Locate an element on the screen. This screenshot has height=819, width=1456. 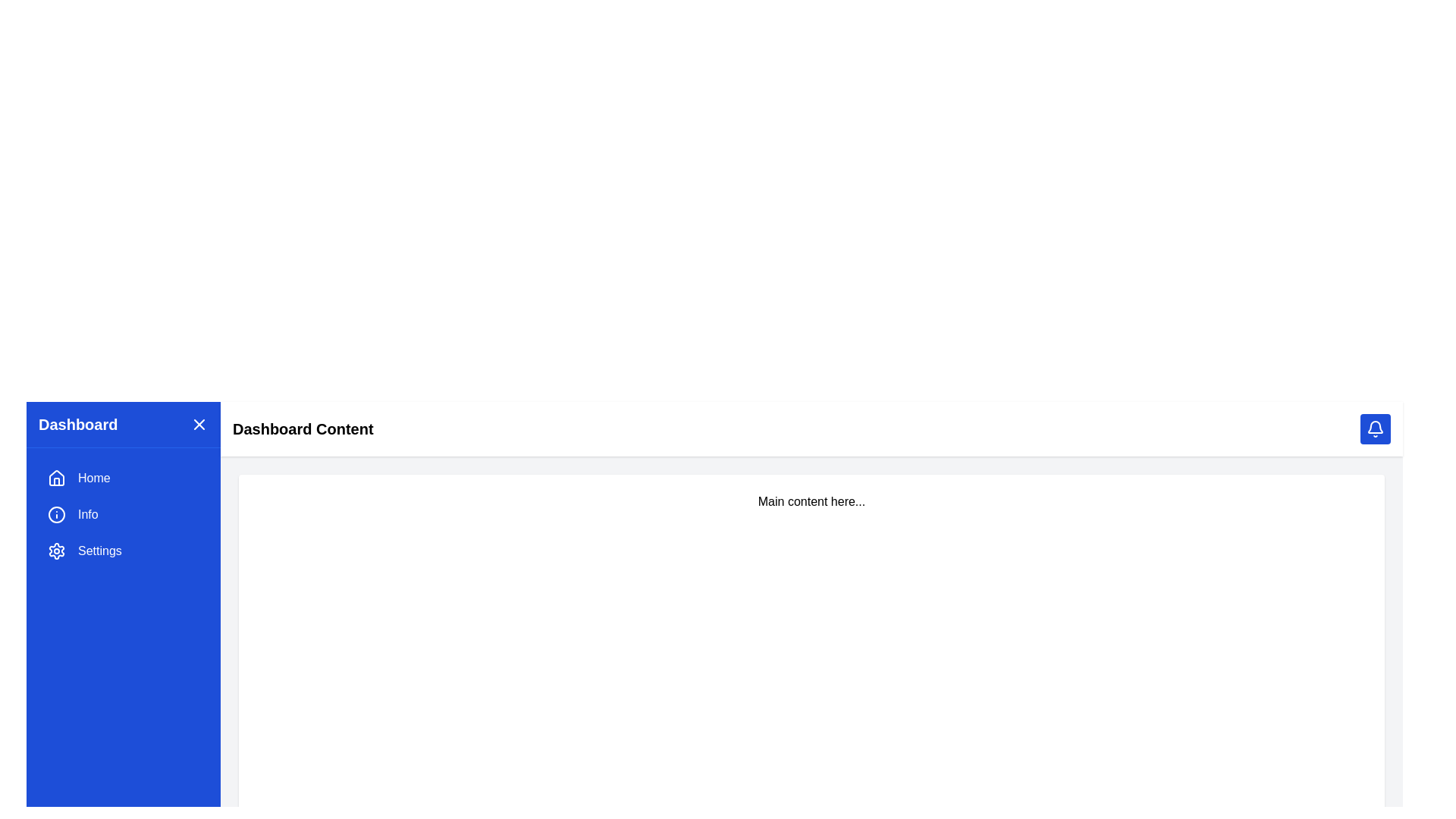
the 'Home' icon located in the left navigation panel is located at coordinates (57, 476).